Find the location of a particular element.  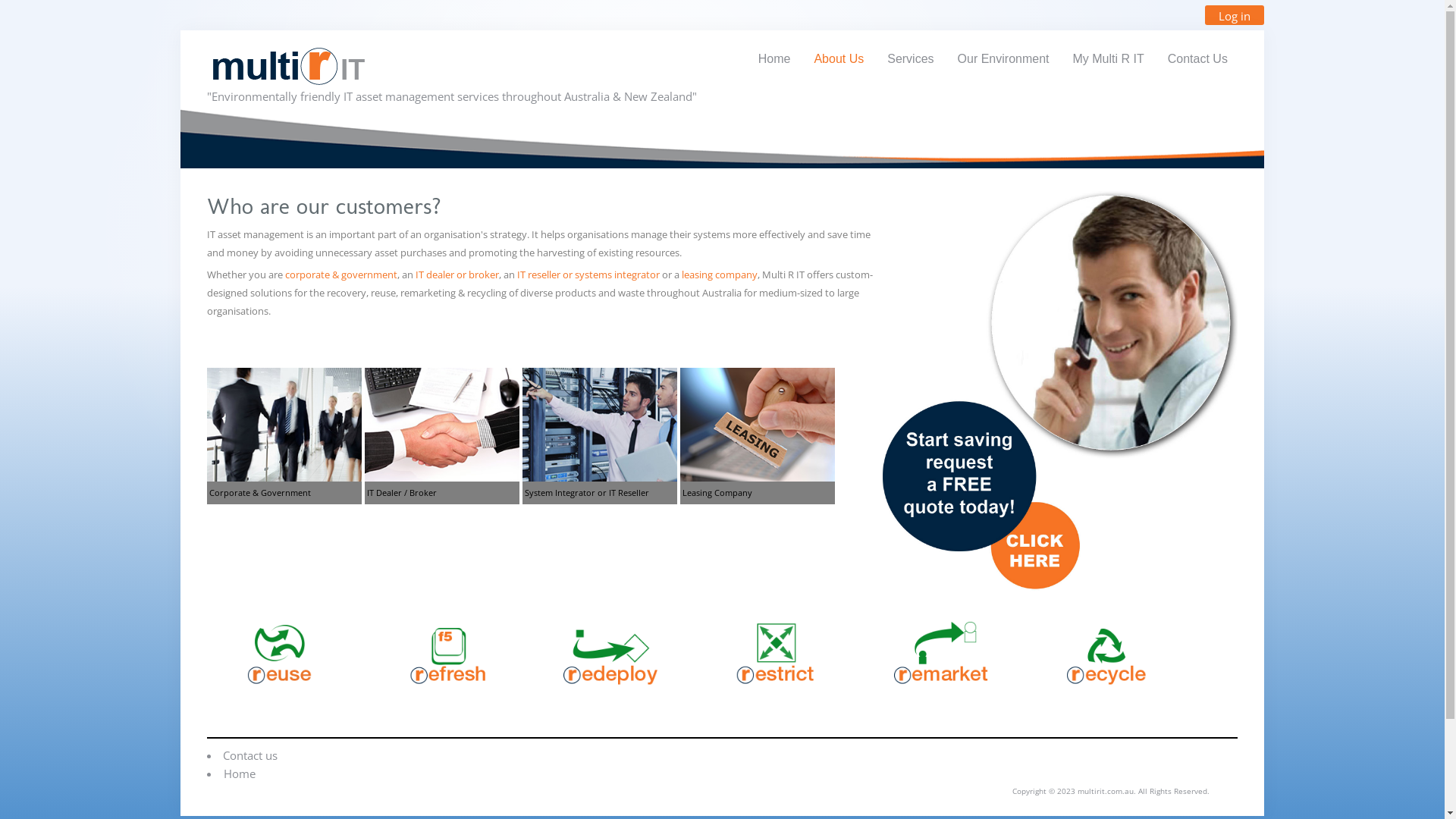

'IT dealer or broker' is located at coordinates (457, 275).